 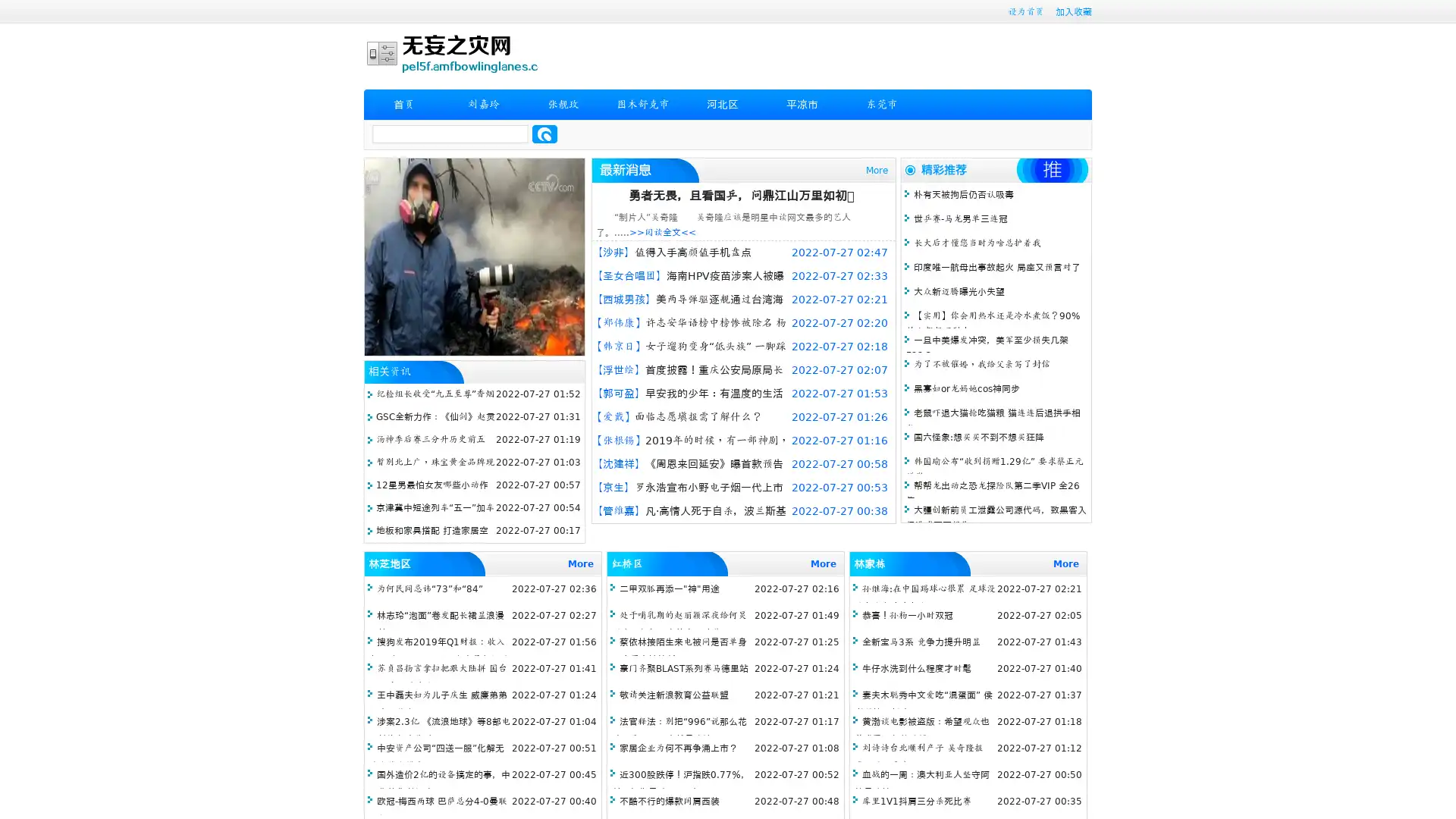 I want to click on Search, so click(x=544, y=133).